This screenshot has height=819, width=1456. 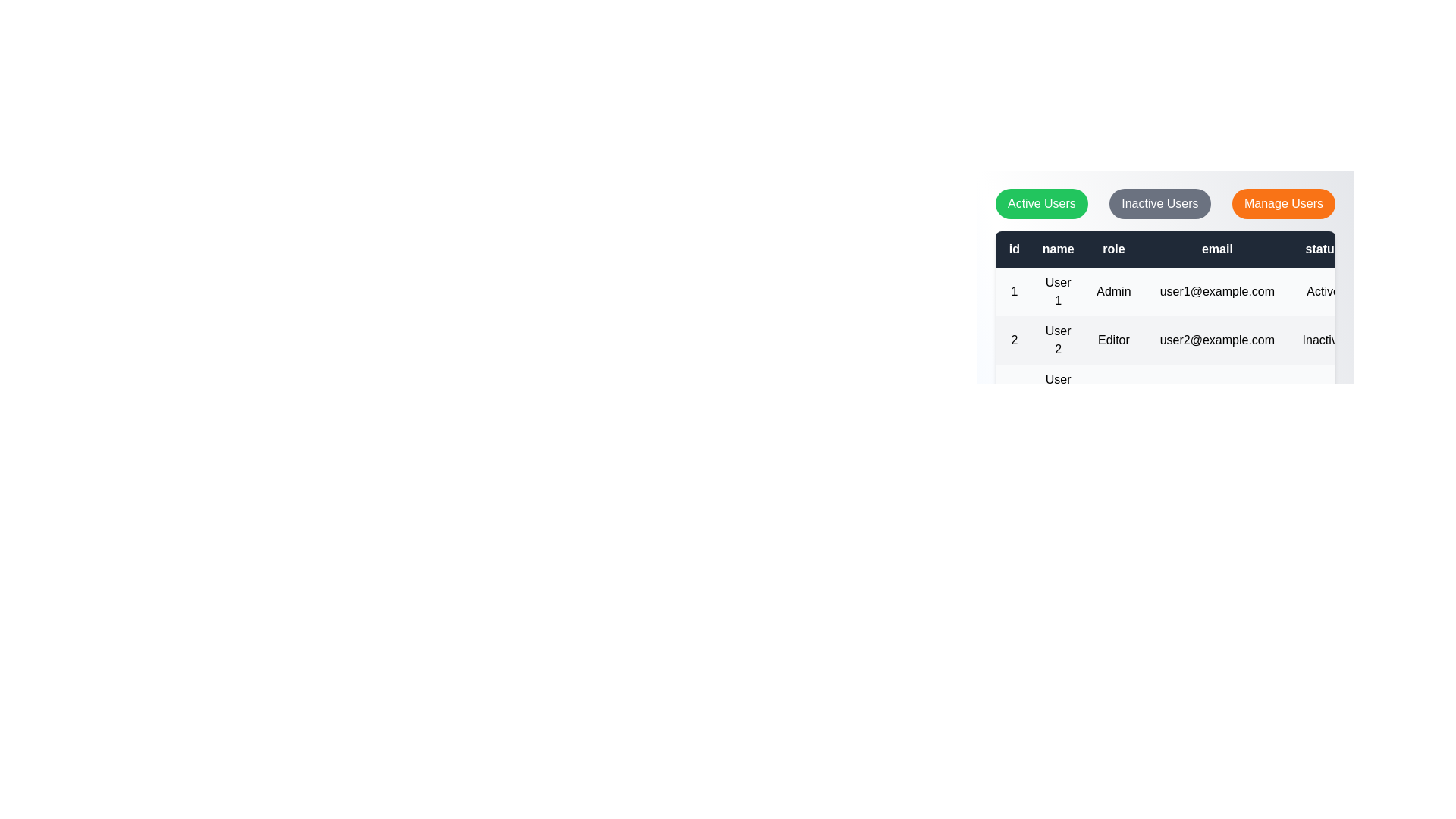 I want to click on the 'Manage Users' button to navigate to user management, so click(x=1283, y=203).